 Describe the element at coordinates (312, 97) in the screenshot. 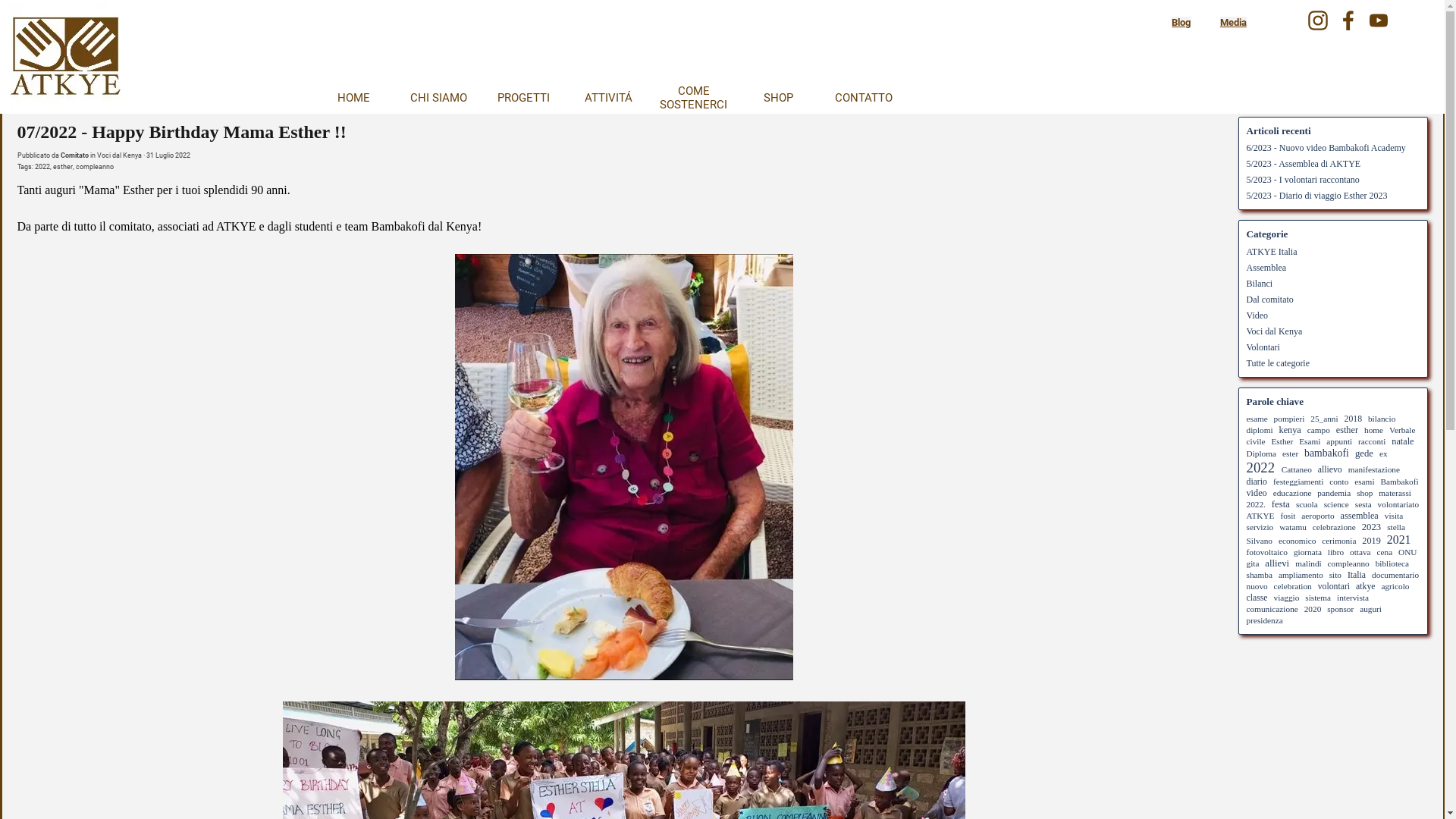

I see `'HOME'` at that location.